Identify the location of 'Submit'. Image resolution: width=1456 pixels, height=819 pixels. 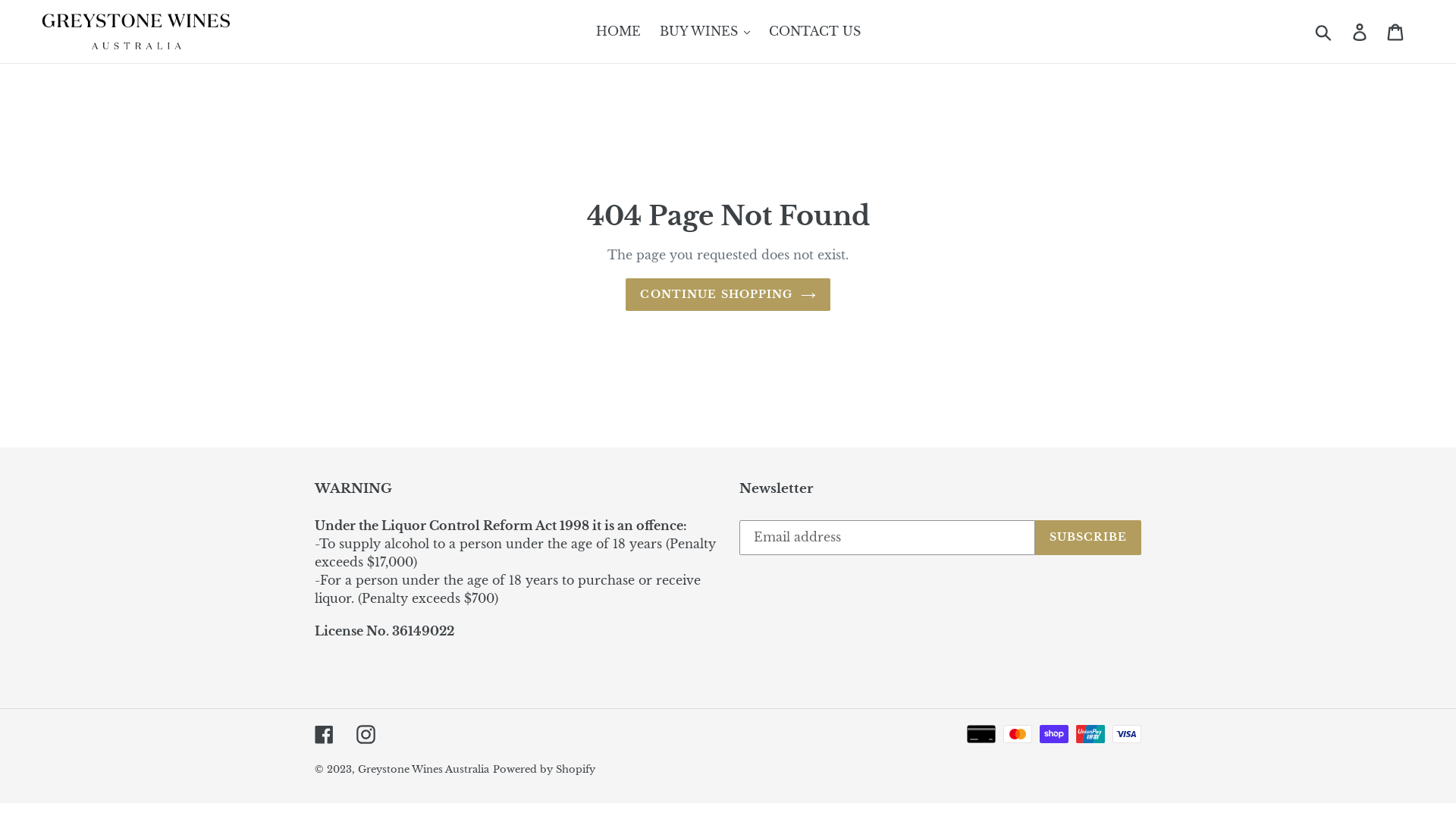
(1323, 31).